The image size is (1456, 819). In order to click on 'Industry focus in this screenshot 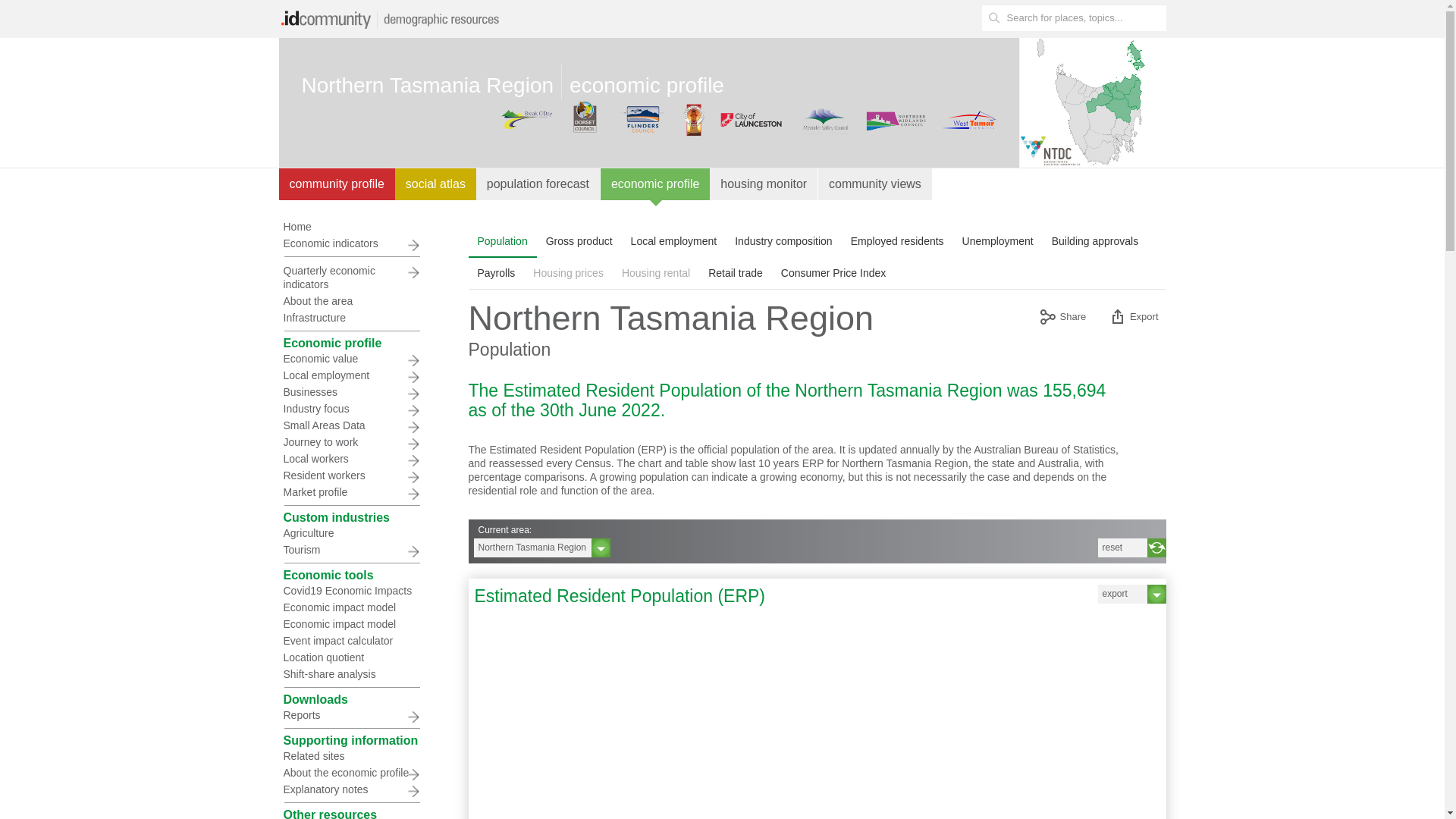, I will do `click(279, 408)`.